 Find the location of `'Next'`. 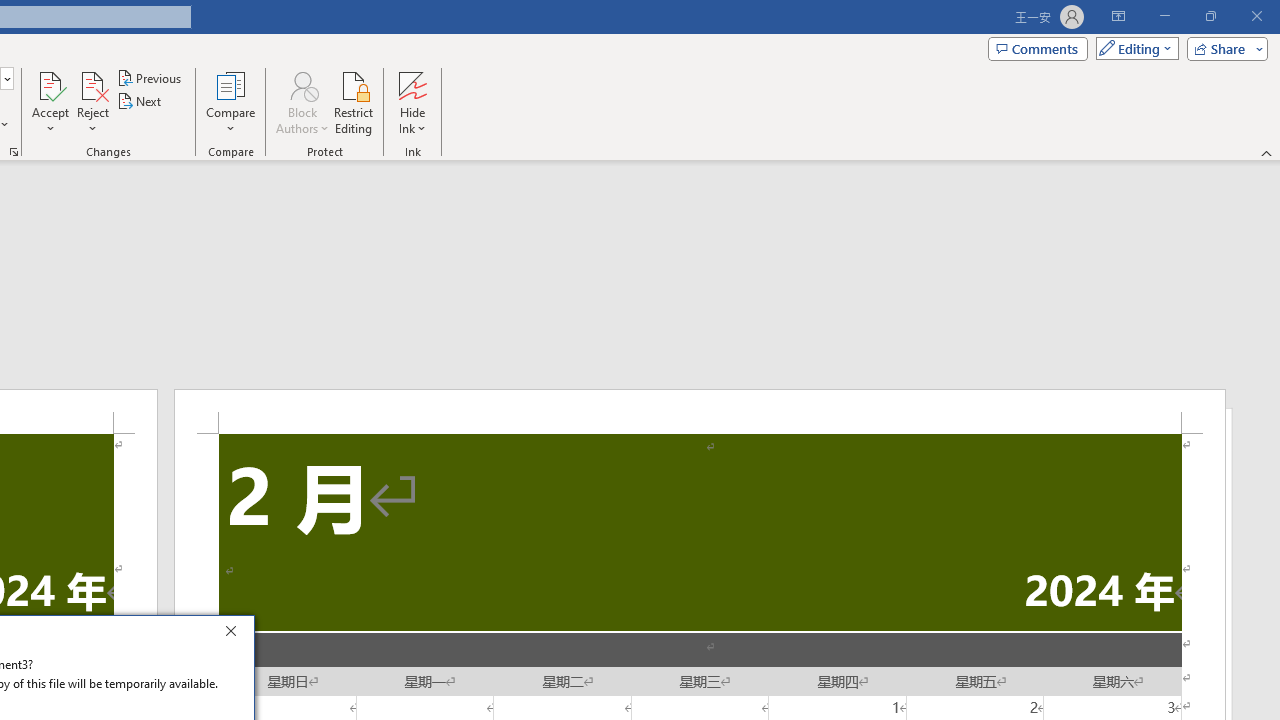

'Next' is located at coordinates (139, 101).